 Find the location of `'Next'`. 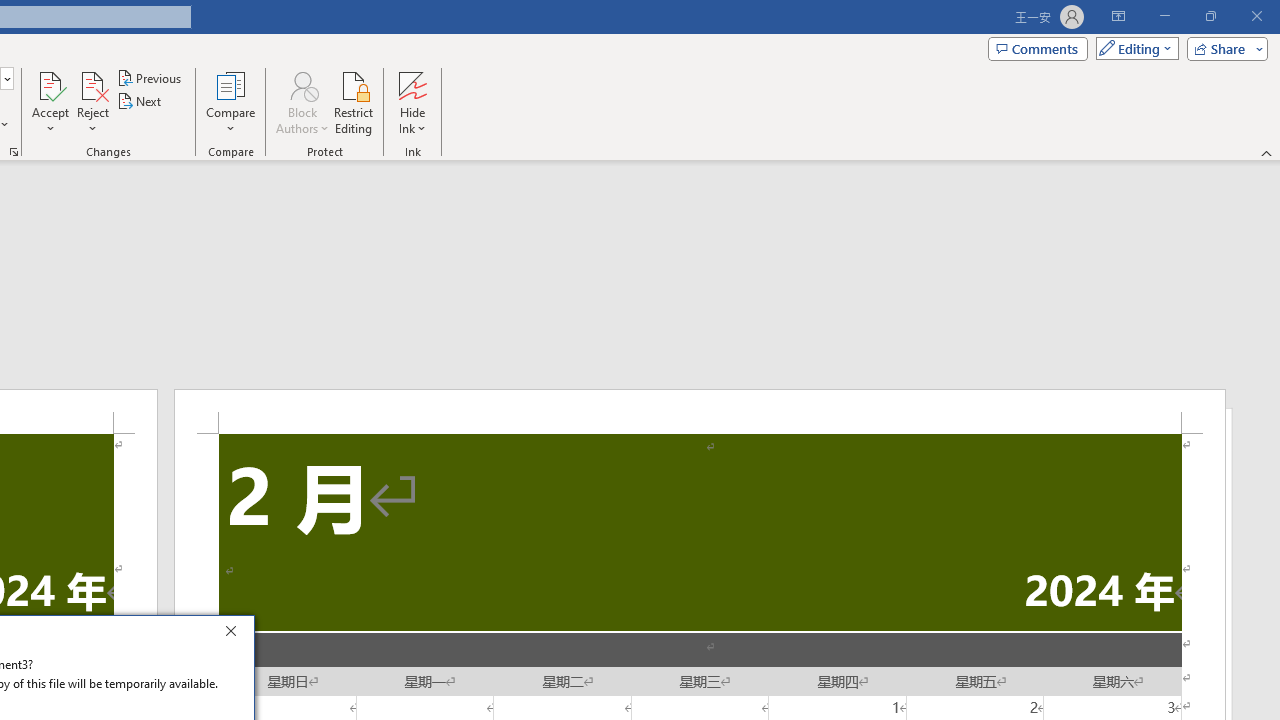

'Next' is located at coordinates (139, 101).